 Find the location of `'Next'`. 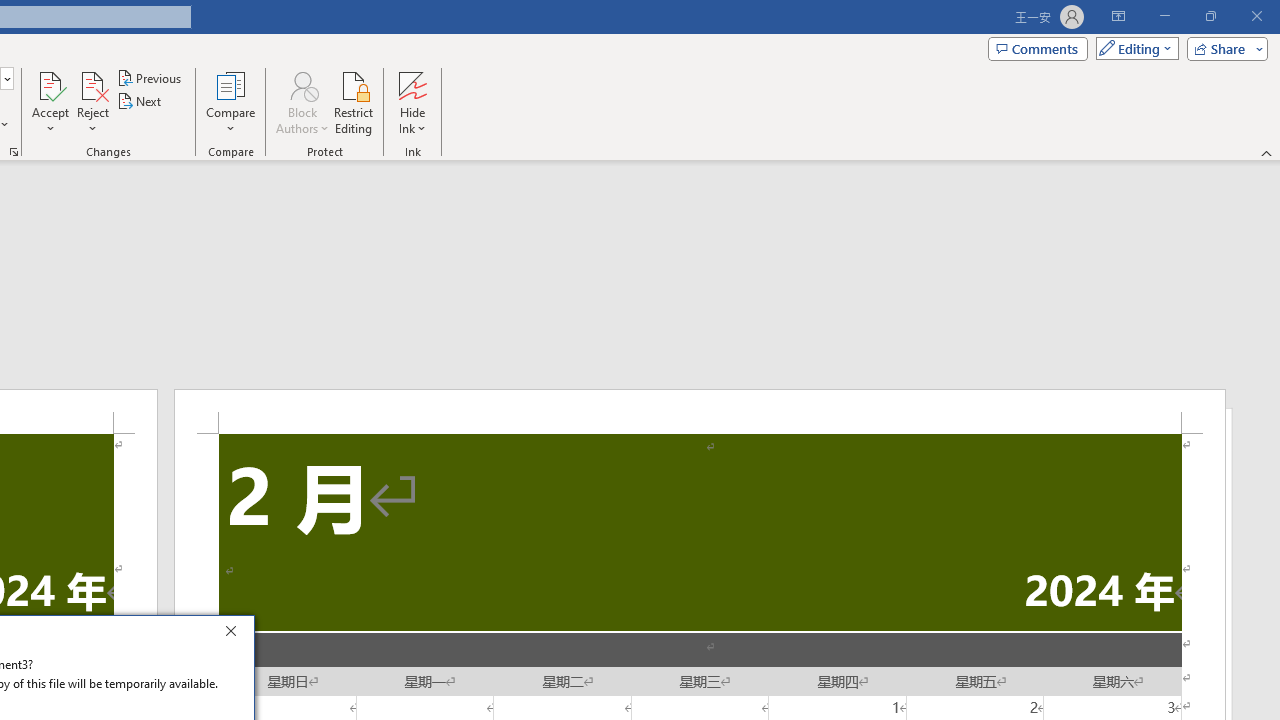

'Next' is located at coordinates (139, 101).